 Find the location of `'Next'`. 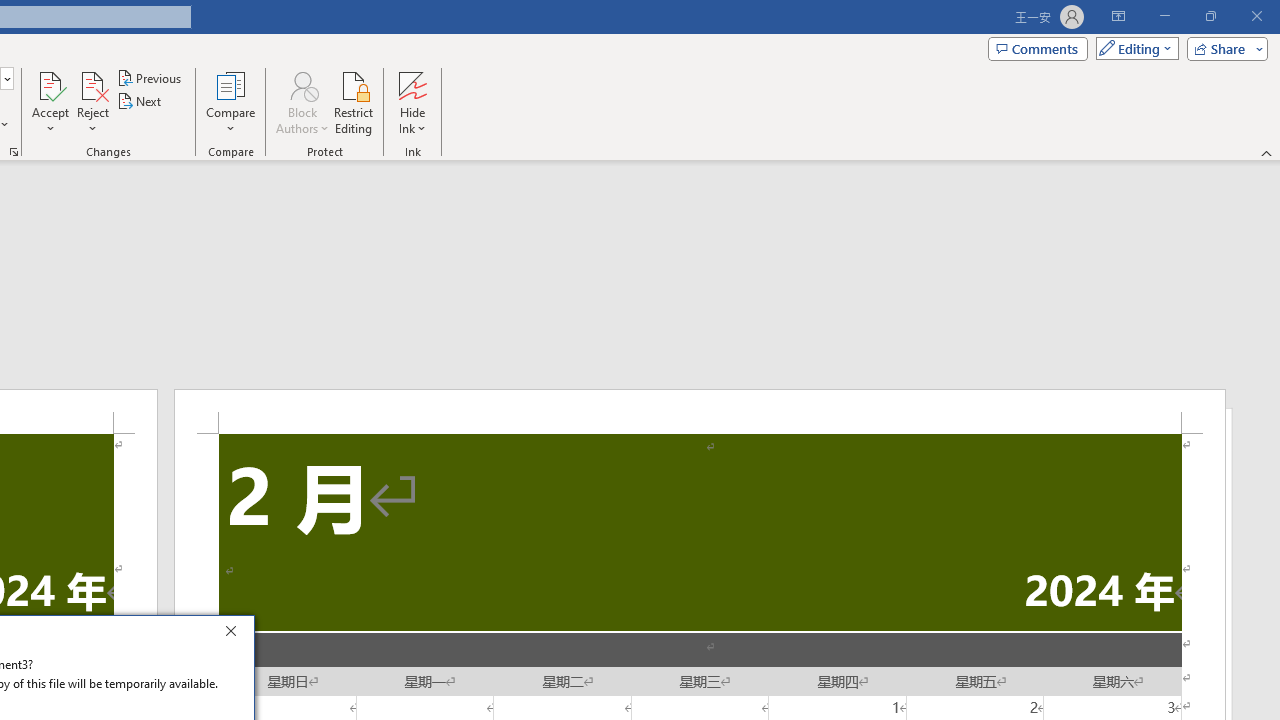

'Next' is located at coordinates (139, 101).